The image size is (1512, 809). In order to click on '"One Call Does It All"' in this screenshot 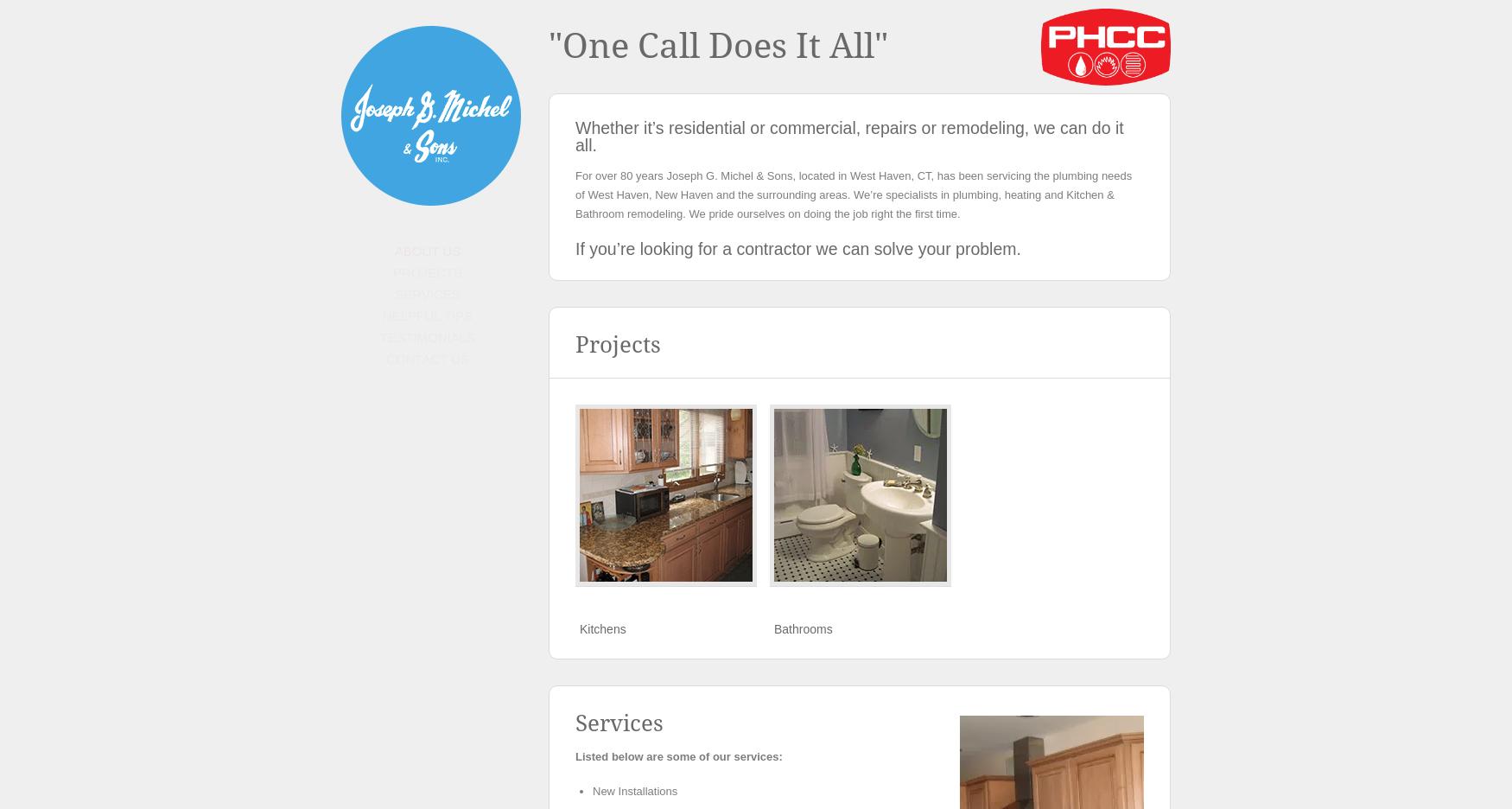, I will do `click(718, 46)`.